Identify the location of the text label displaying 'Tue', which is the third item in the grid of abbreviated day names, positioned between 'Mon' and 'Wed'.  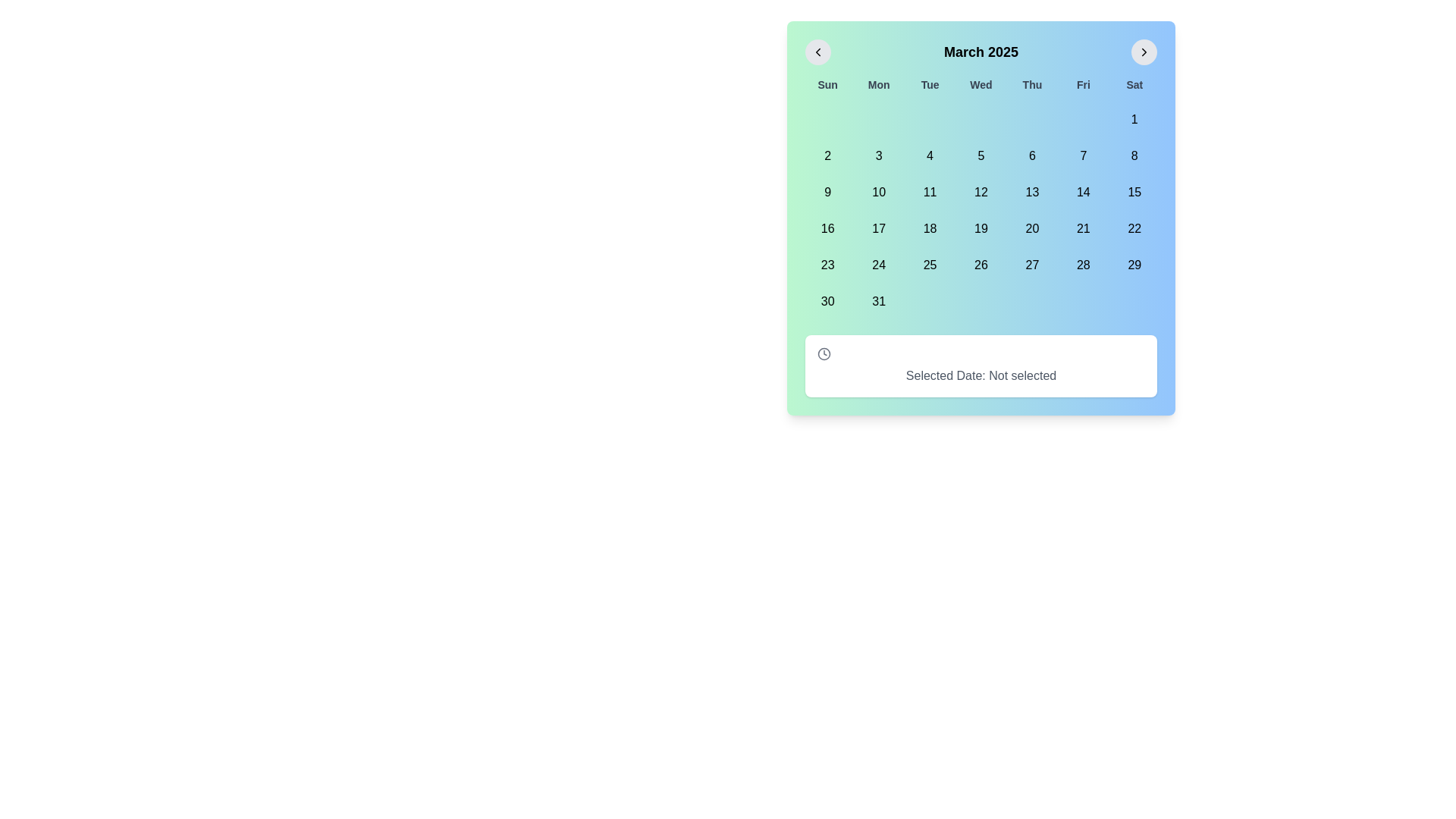
(929, 84).